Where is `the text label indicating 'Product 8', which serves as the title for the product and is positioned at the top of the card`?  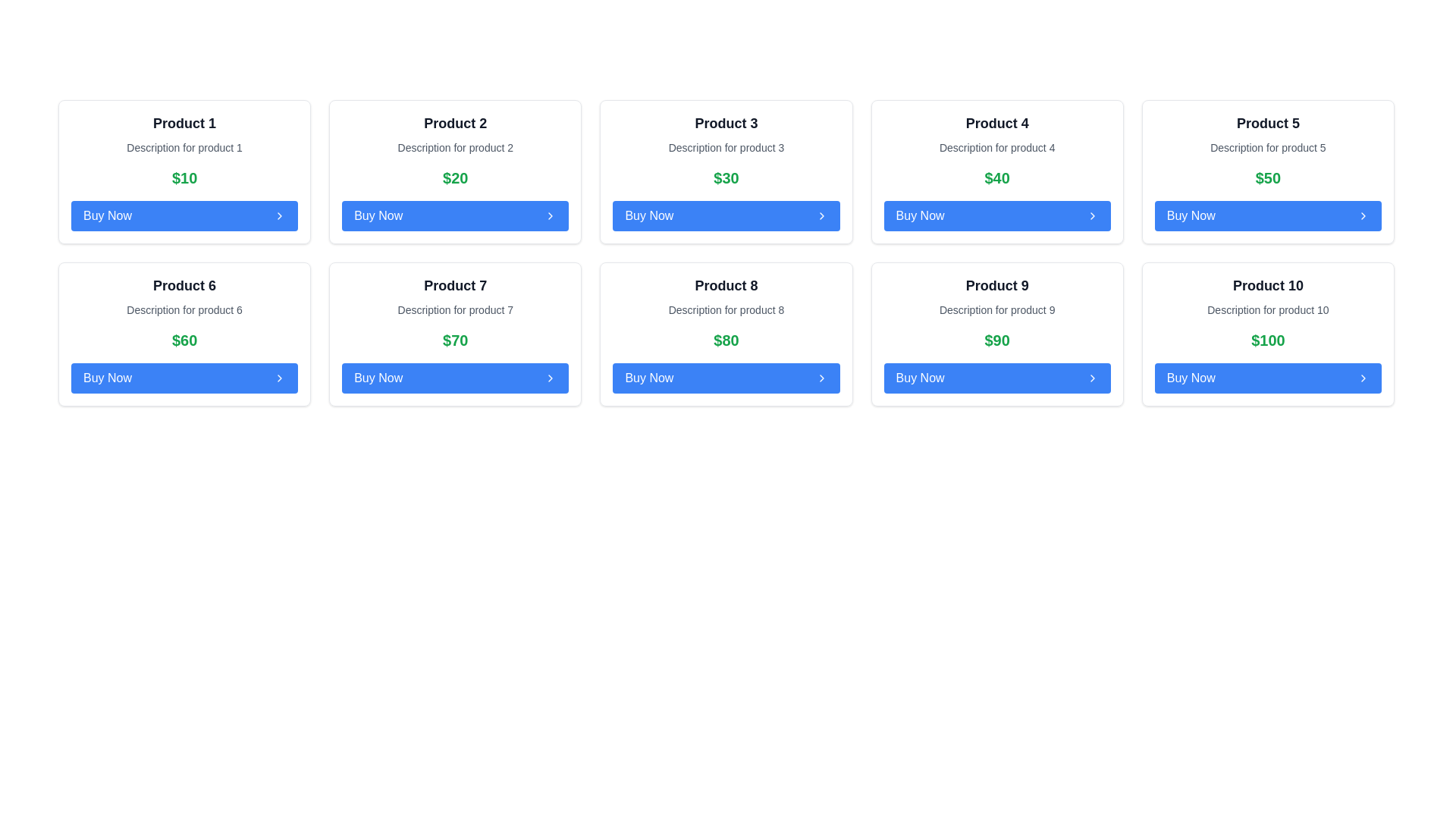
the text label indicating 'Product 8', which serves as the title for the product and is positioned at the top of the card is located at coordinates (726, 286).